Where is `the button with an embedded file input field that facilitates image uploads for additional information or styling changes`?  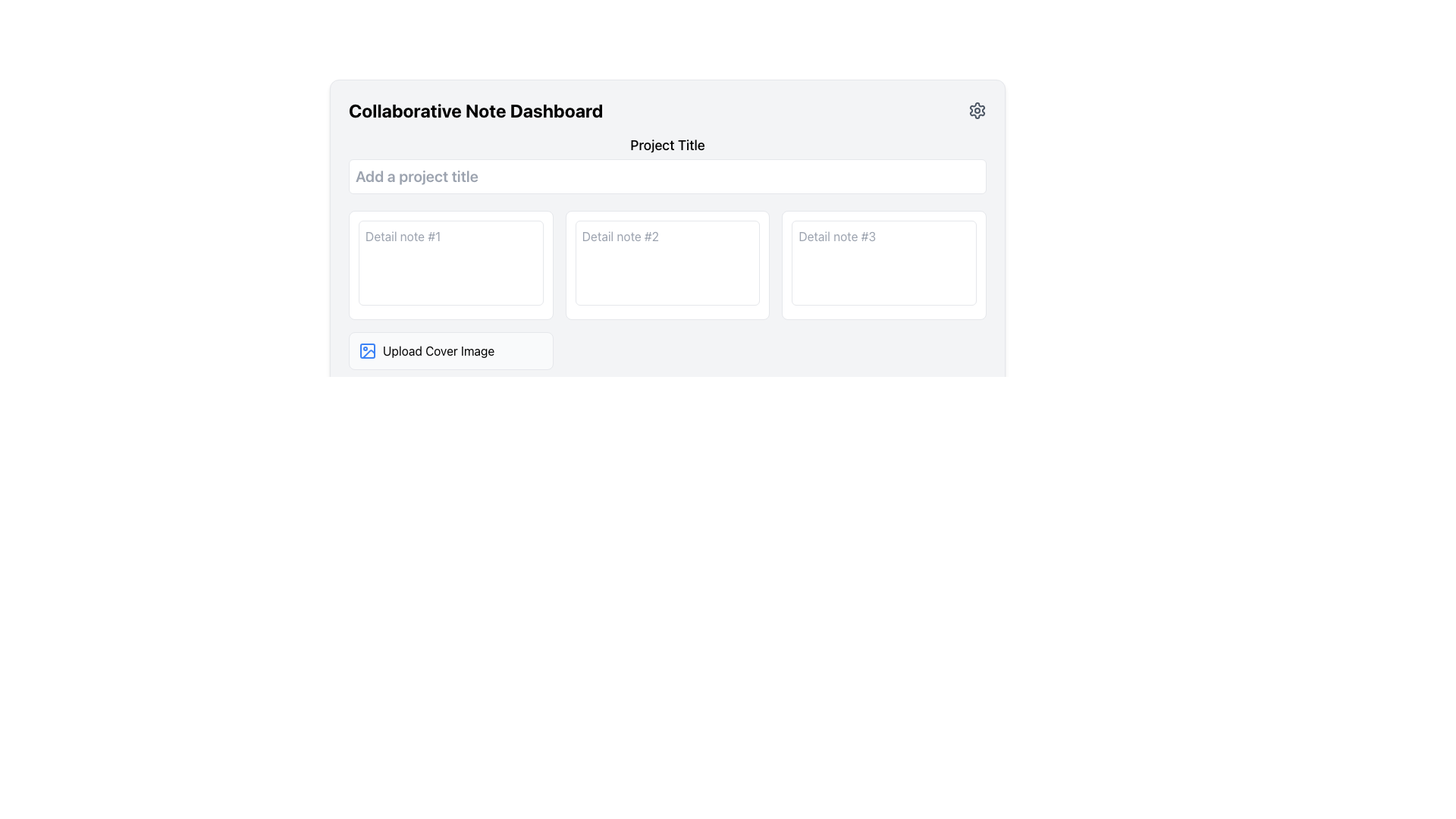
the button with an embedded file input field that facilitates image uploads for additional information or styling changes is located at coordinates (450, 350).